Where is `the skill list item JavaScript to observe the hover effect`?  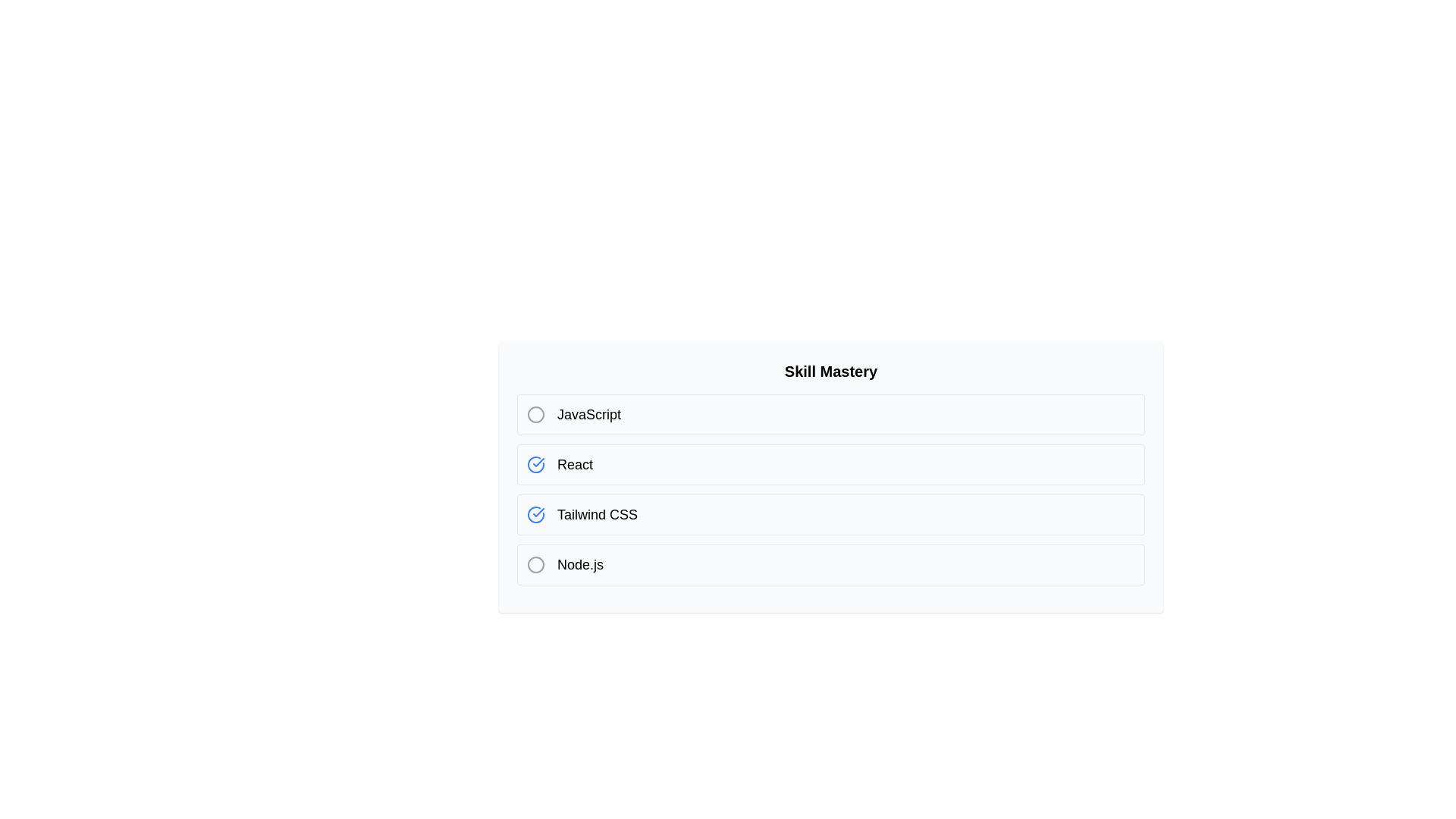 the skill list item JavaScript to observe the hover effect is located at coordinates (830, 415).